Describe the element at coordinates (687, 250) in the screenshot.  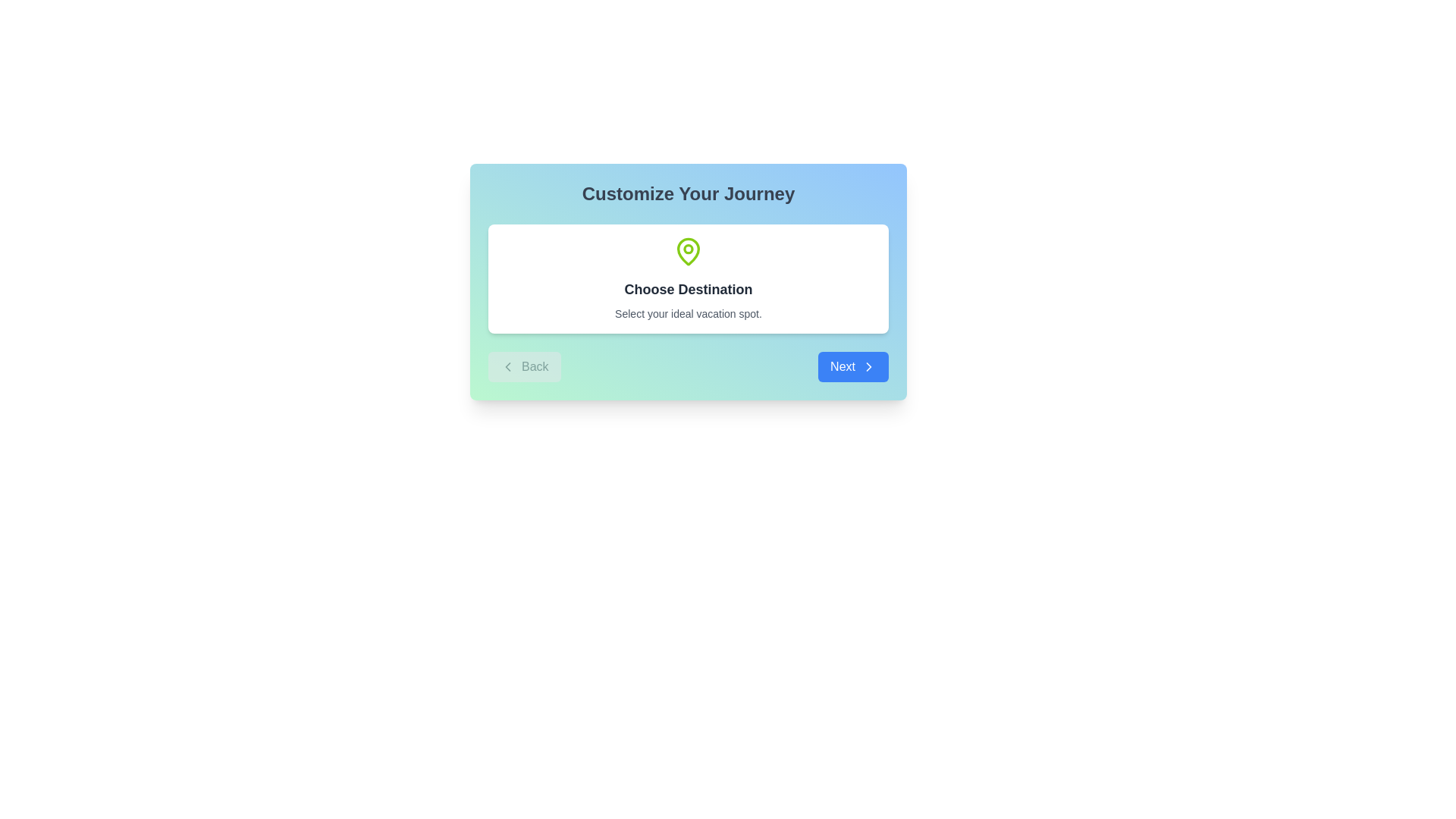
I see `the green map pin icon with a hollow circular center, which is centered within the 'Choose Destination' card` at that location.